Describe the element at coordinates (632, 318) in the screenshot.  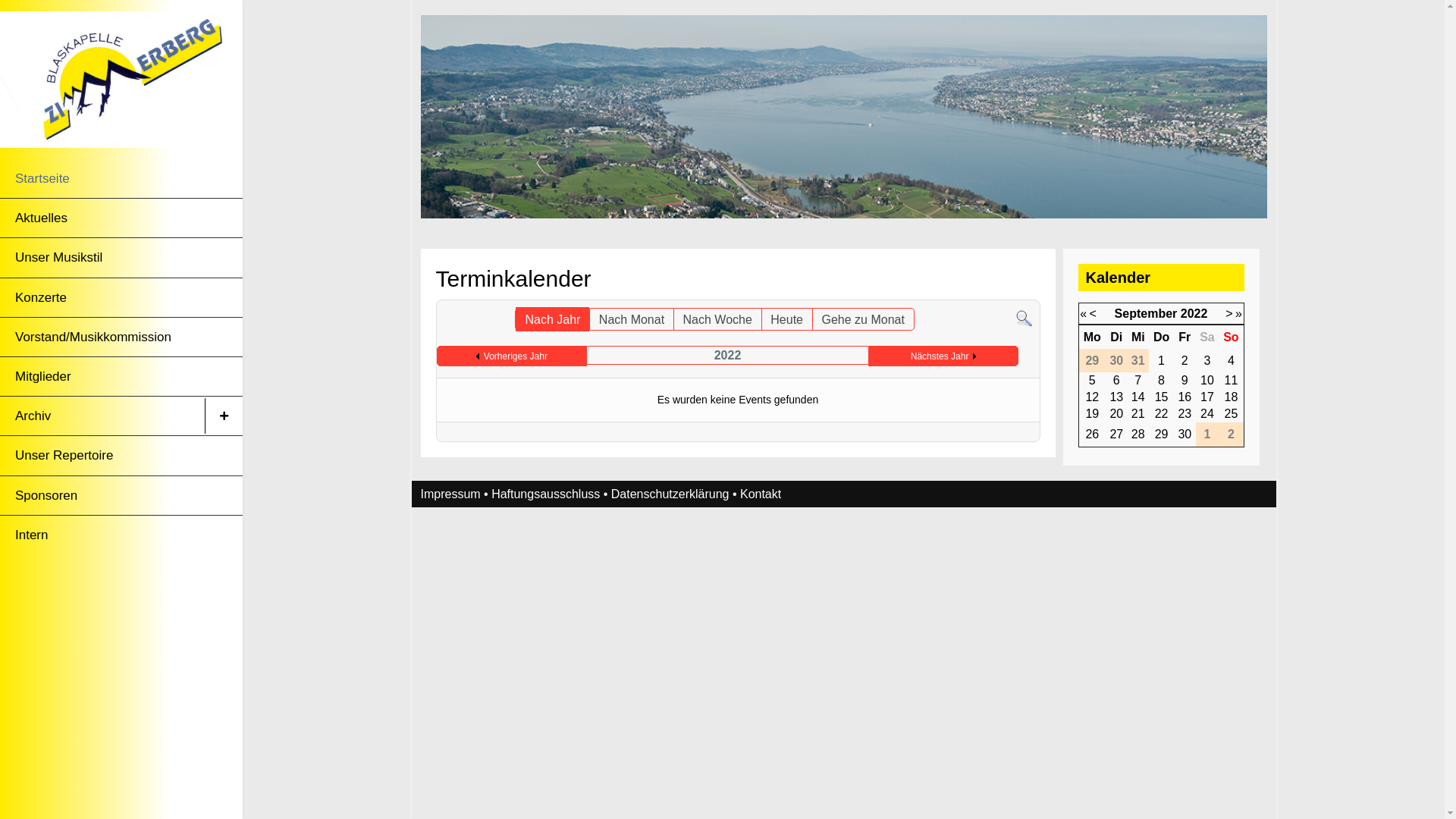
I see `'Nach Monat'` at that location.